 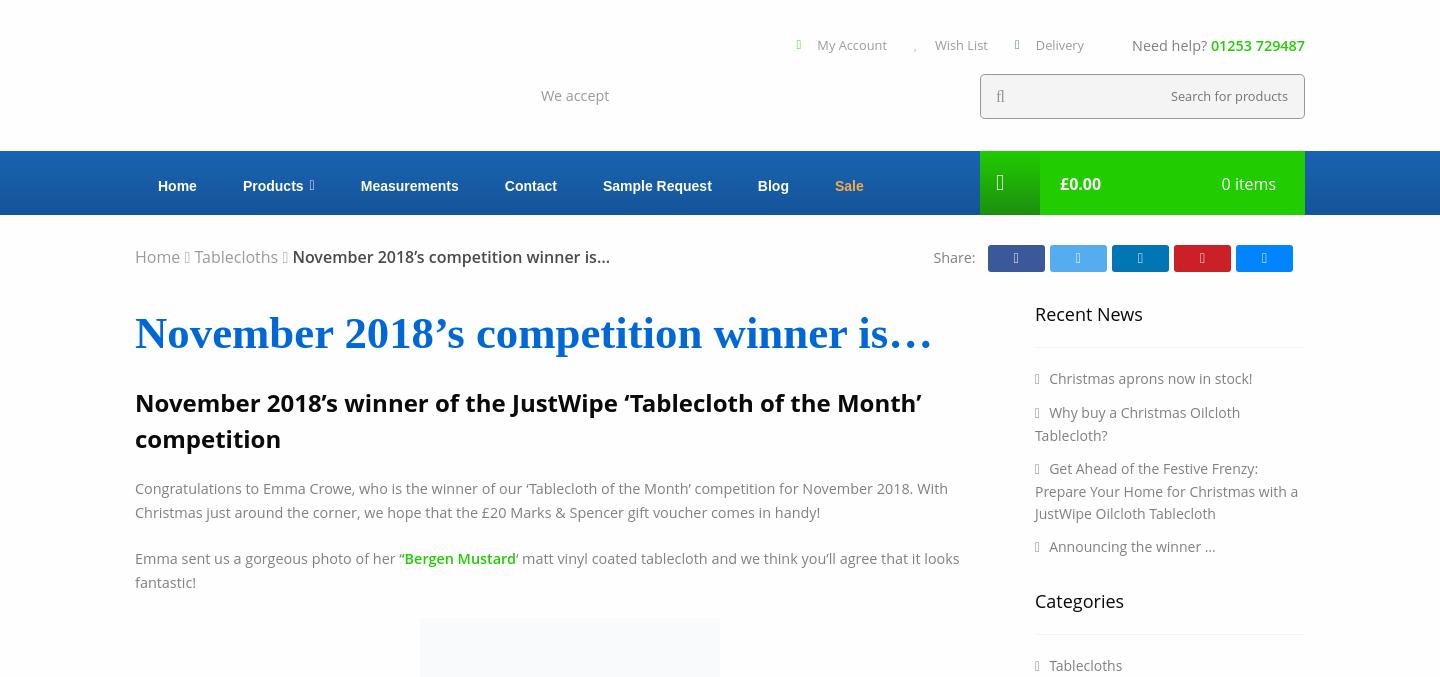 I want to click on 'We accept', so click(x=574, y=94).